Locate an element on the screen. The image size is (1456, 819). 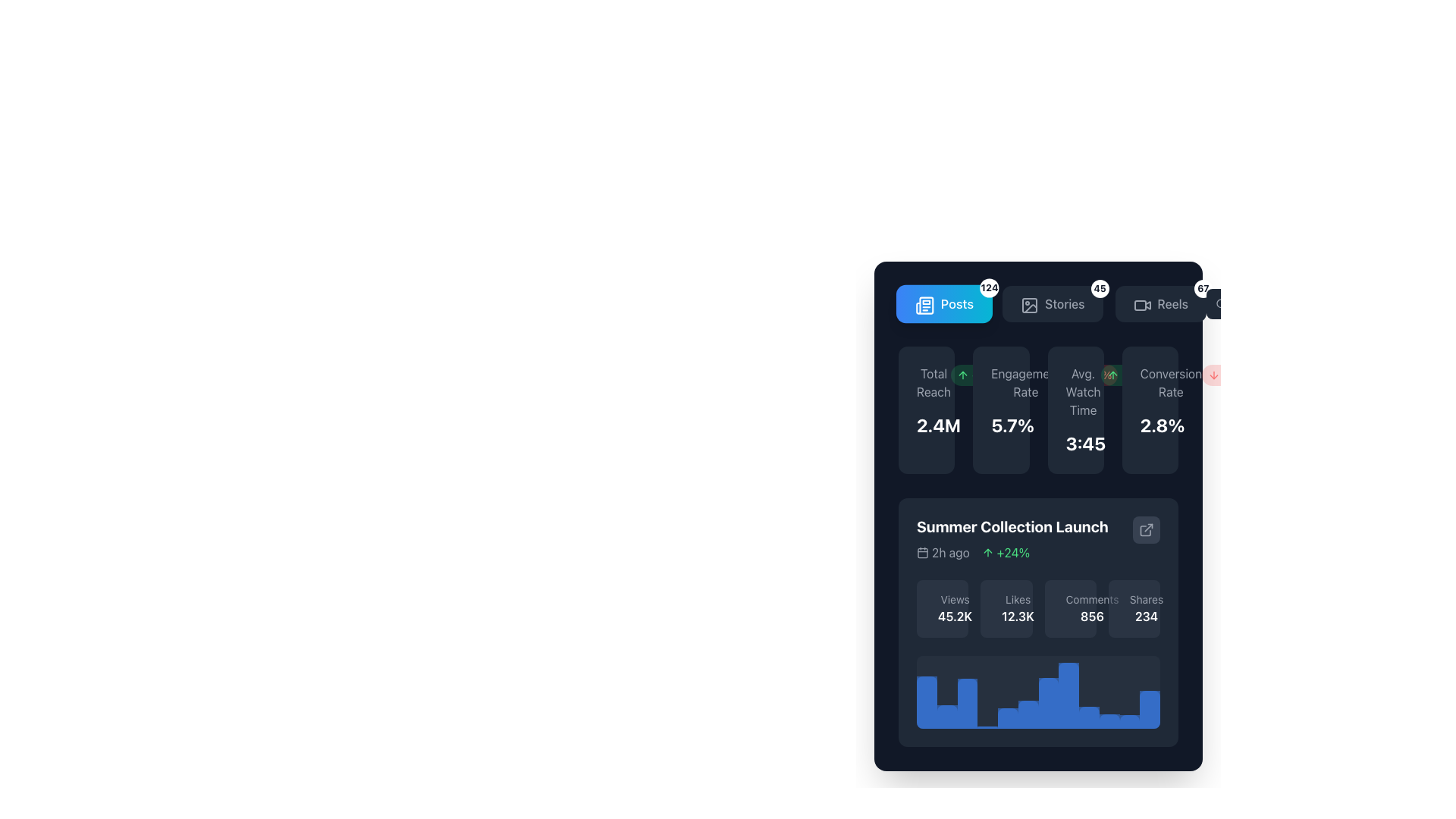
9th bar from the left in the bar chart of the 'Summer Collection Launch' card, which is a small rectangular bar with rounded top corners, colored light blue with a semi-transparent overlay is located at coordinates (1088, 717).